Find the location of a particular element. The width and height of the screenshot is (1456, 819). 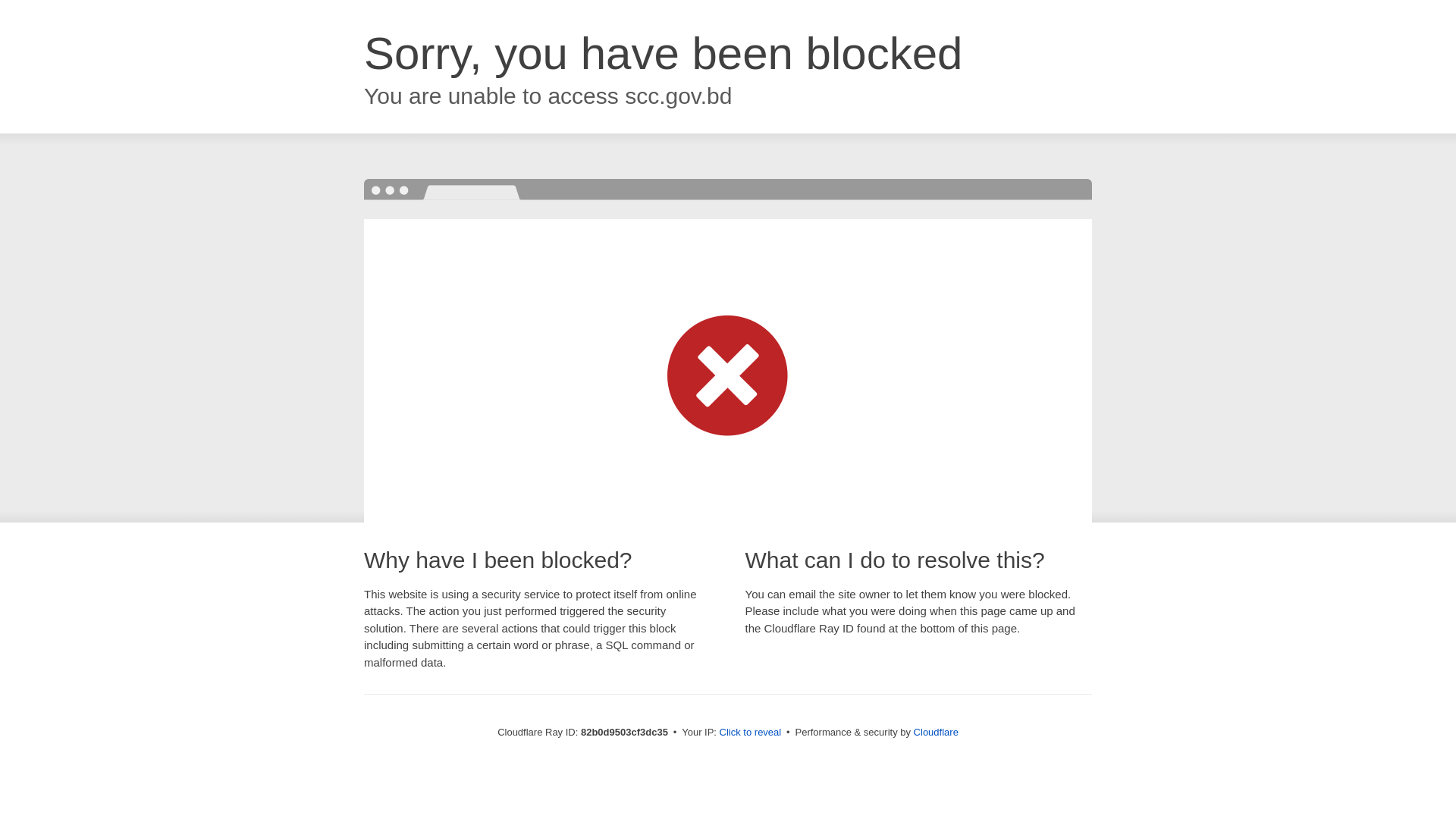

'Click to reveal' is located at coordinates (750, 731).